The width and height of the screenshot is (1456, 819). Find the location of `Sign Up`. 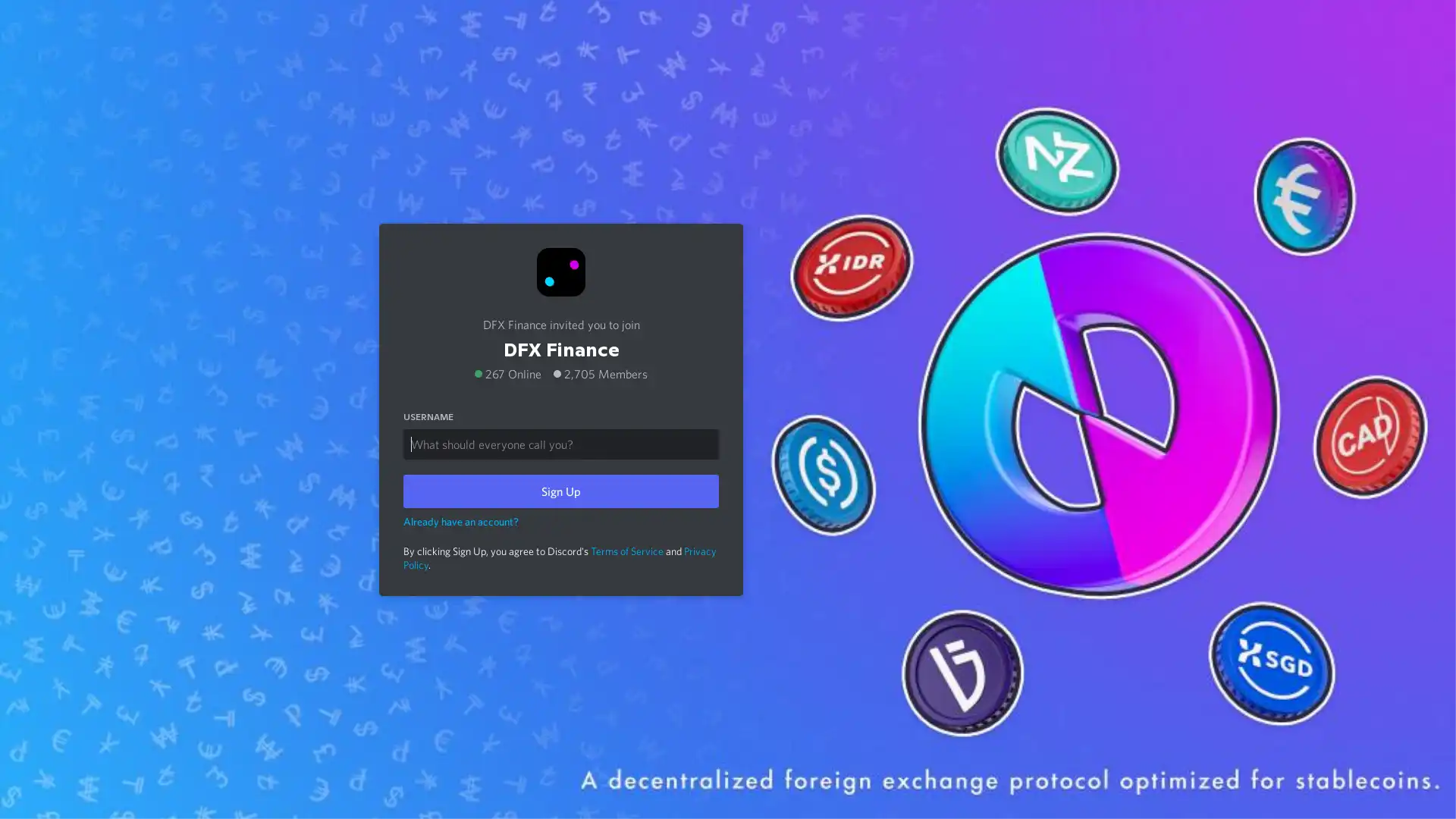

Sign Up is located at coordinates (560, 491).